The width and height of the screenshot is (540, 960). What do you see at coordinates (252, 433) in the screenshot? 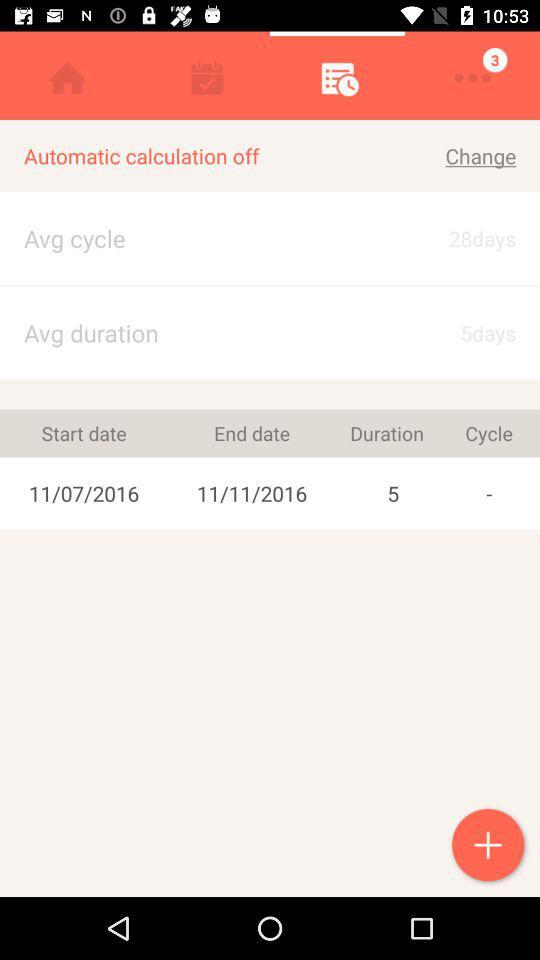
I see `icon to the right of the 11/07/2016` at bounding box center [252, 433].